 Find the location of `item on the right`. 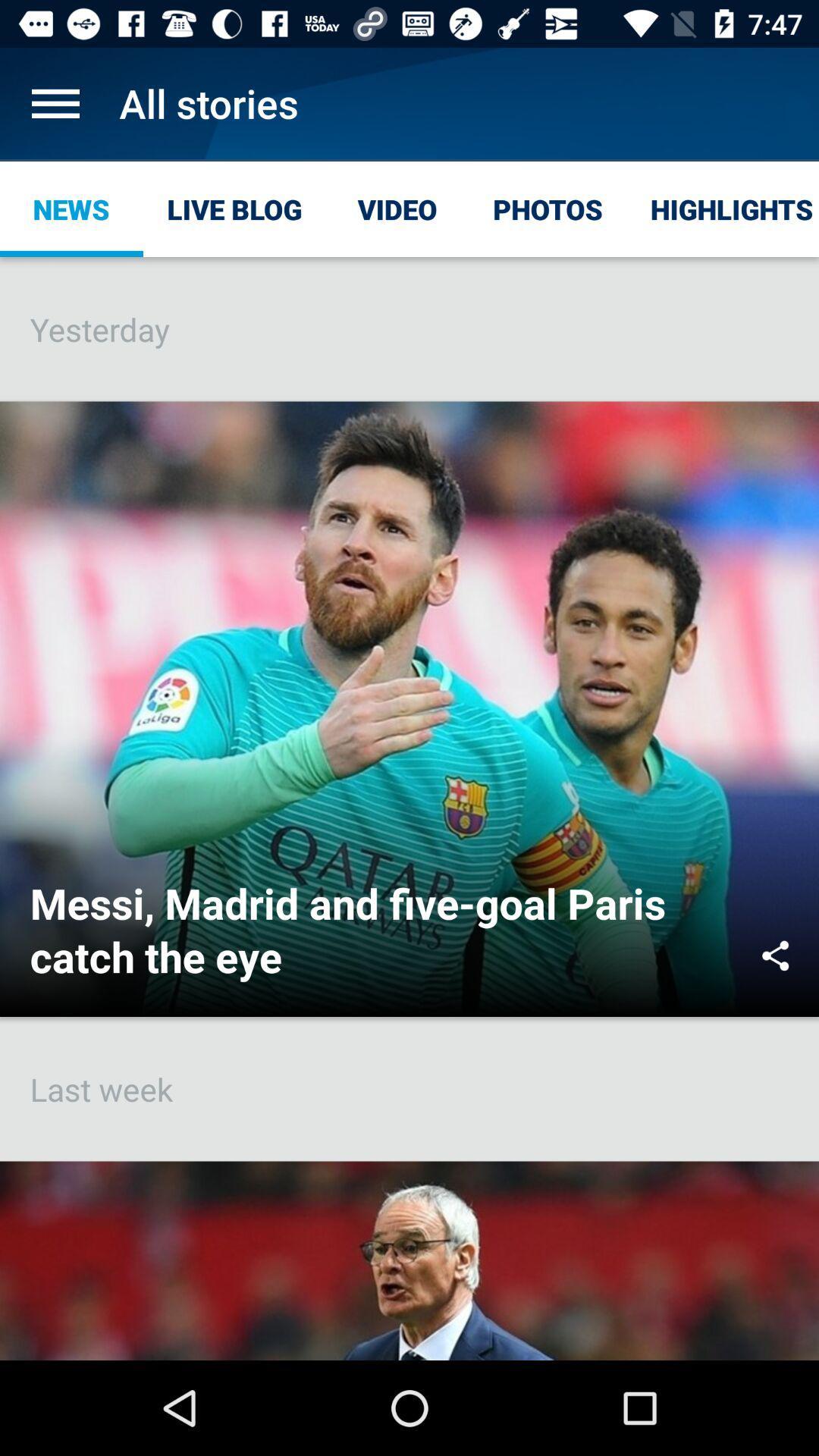

item on the right is located at coordinates (775, 955).